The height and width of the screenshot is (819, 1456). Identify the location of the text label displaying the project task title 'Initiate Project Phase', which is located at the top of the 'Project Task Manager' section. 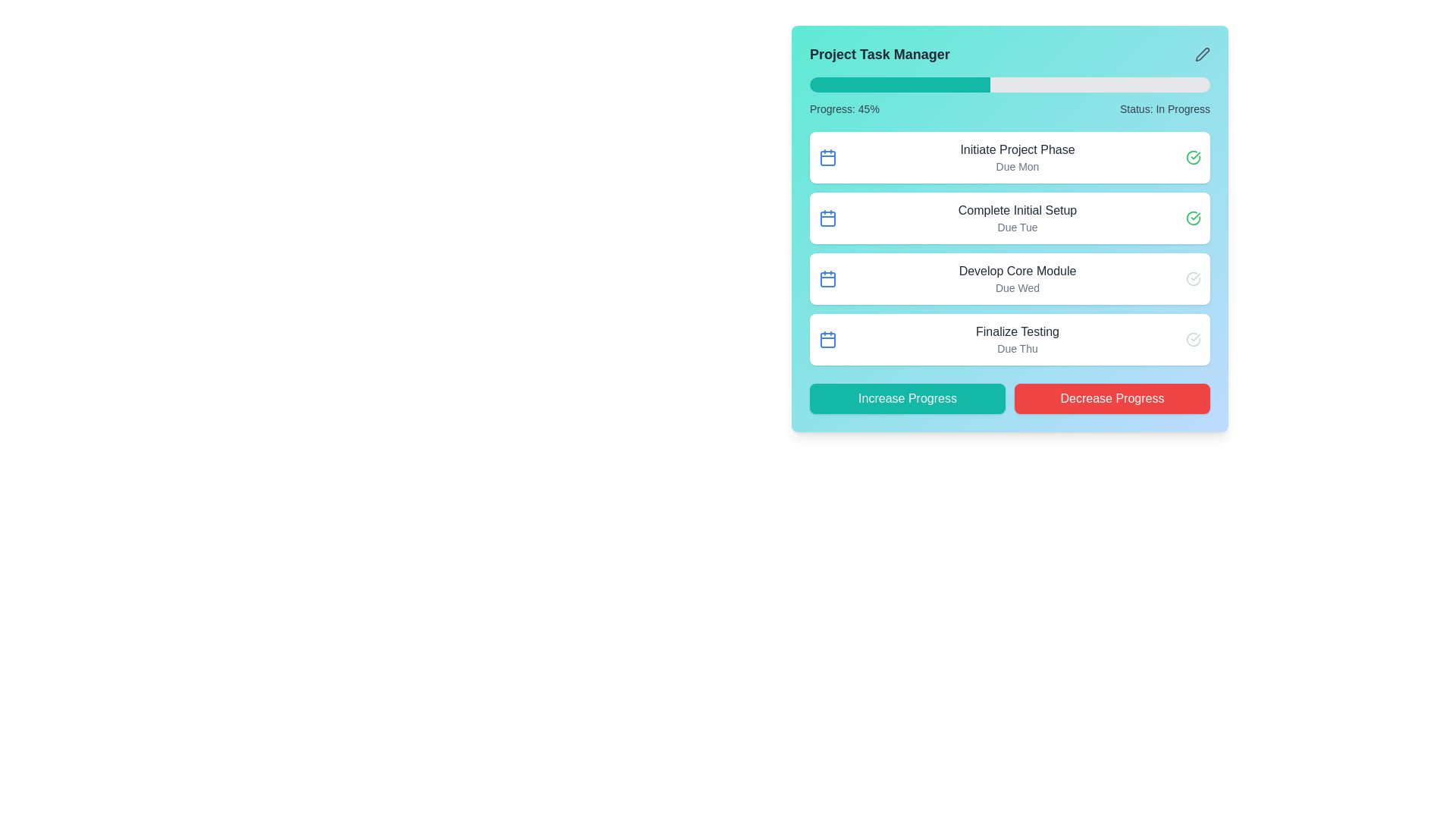
(1018, 149).